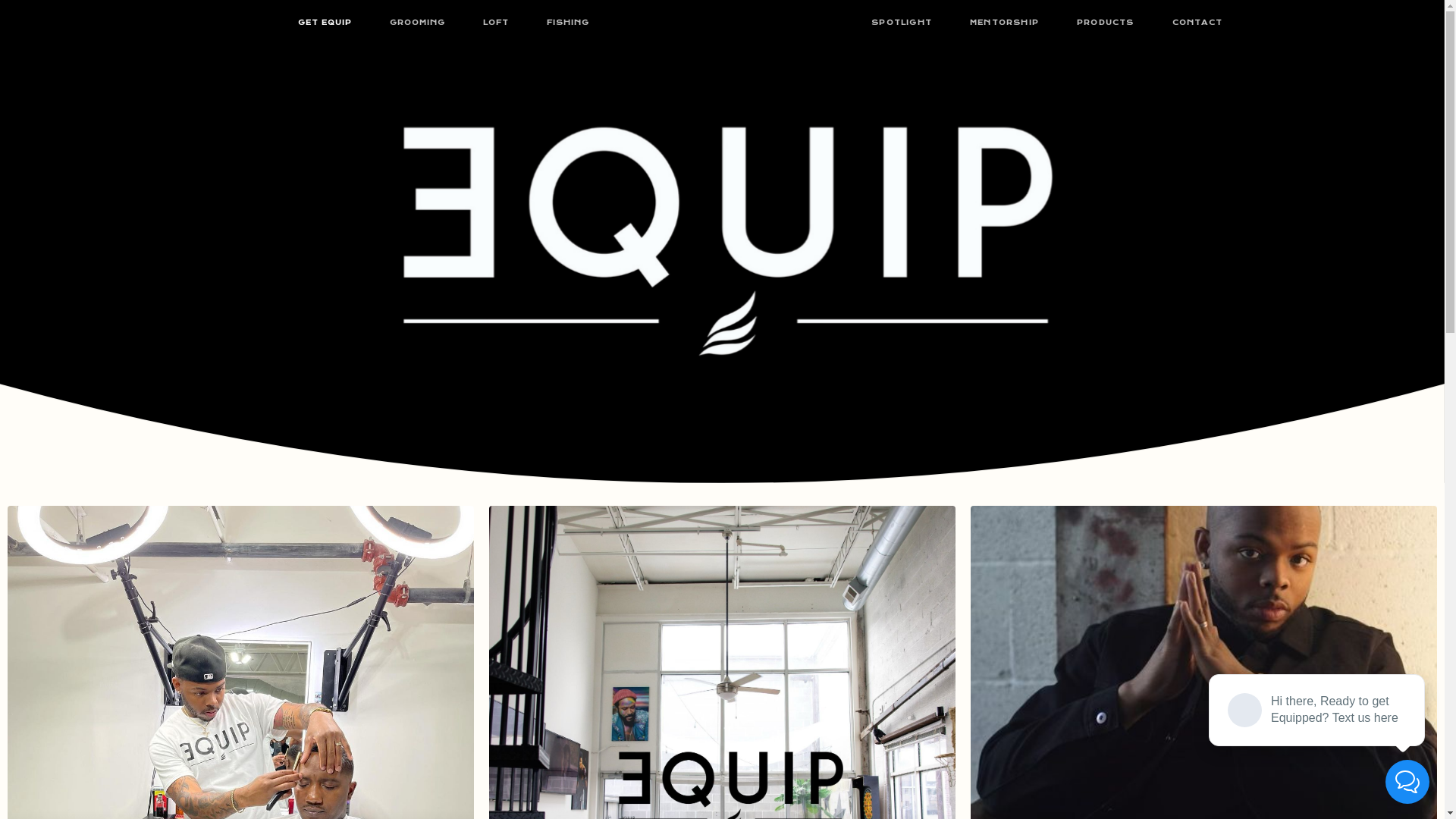 This screenshot has width=1456, height=819. I want to click on 'Loft', so click(605, 503).